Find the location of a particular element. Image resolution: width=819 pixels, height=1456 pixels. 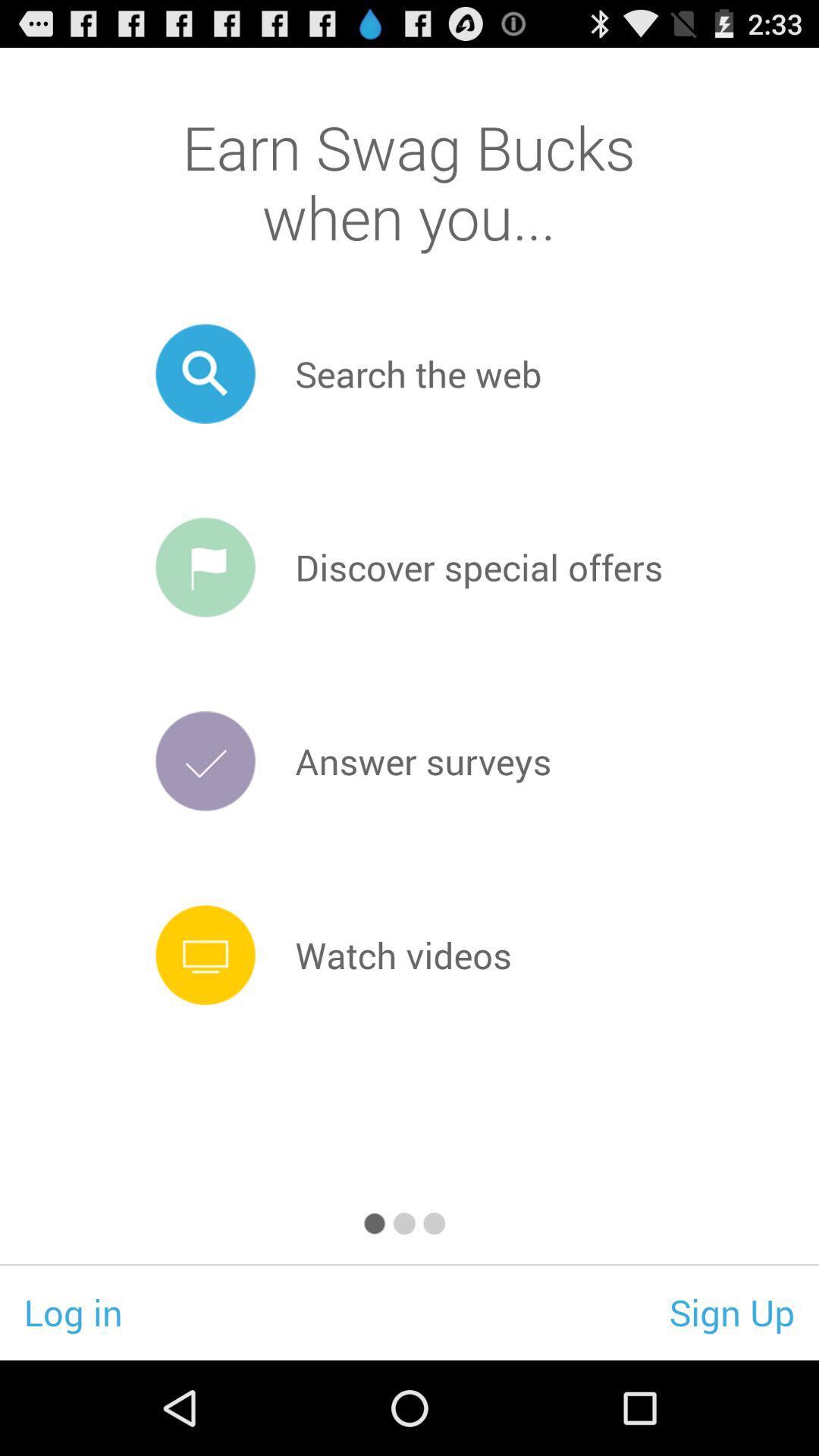

the sign up is located at coordinates (731, 1311).